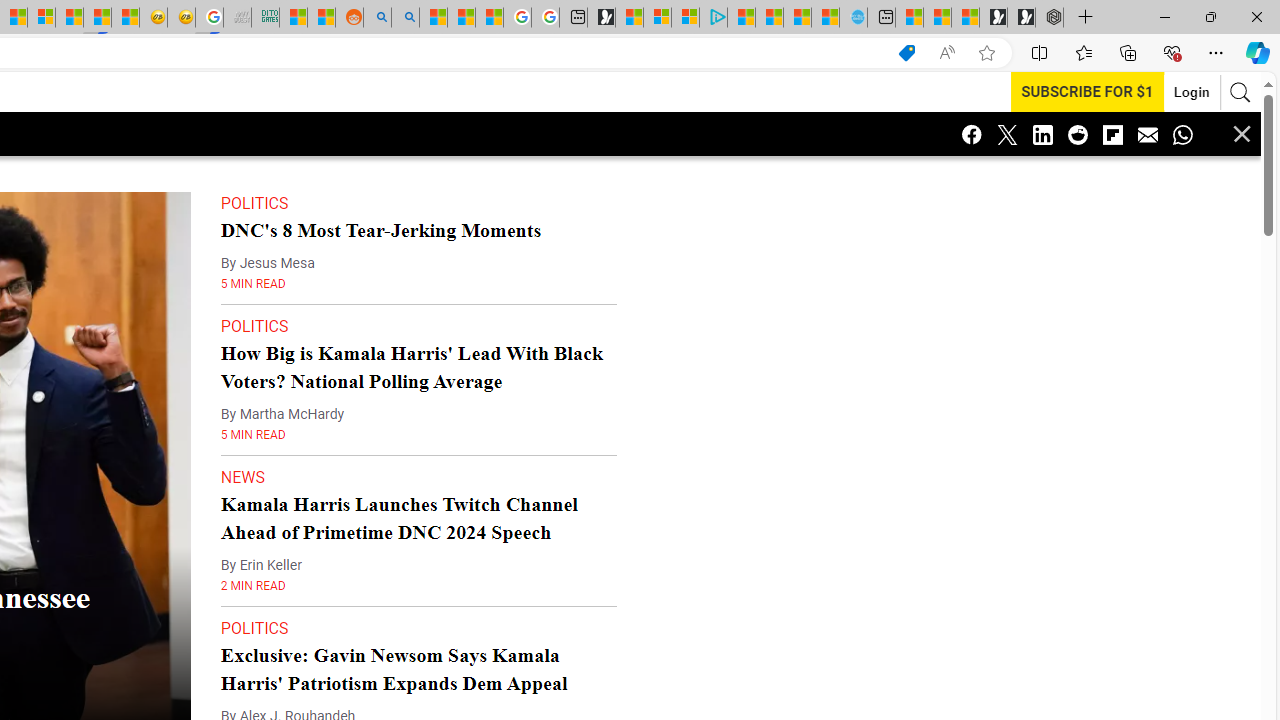  I want to click on 'Shopping in Microsoft Edge', so click(905, 52).